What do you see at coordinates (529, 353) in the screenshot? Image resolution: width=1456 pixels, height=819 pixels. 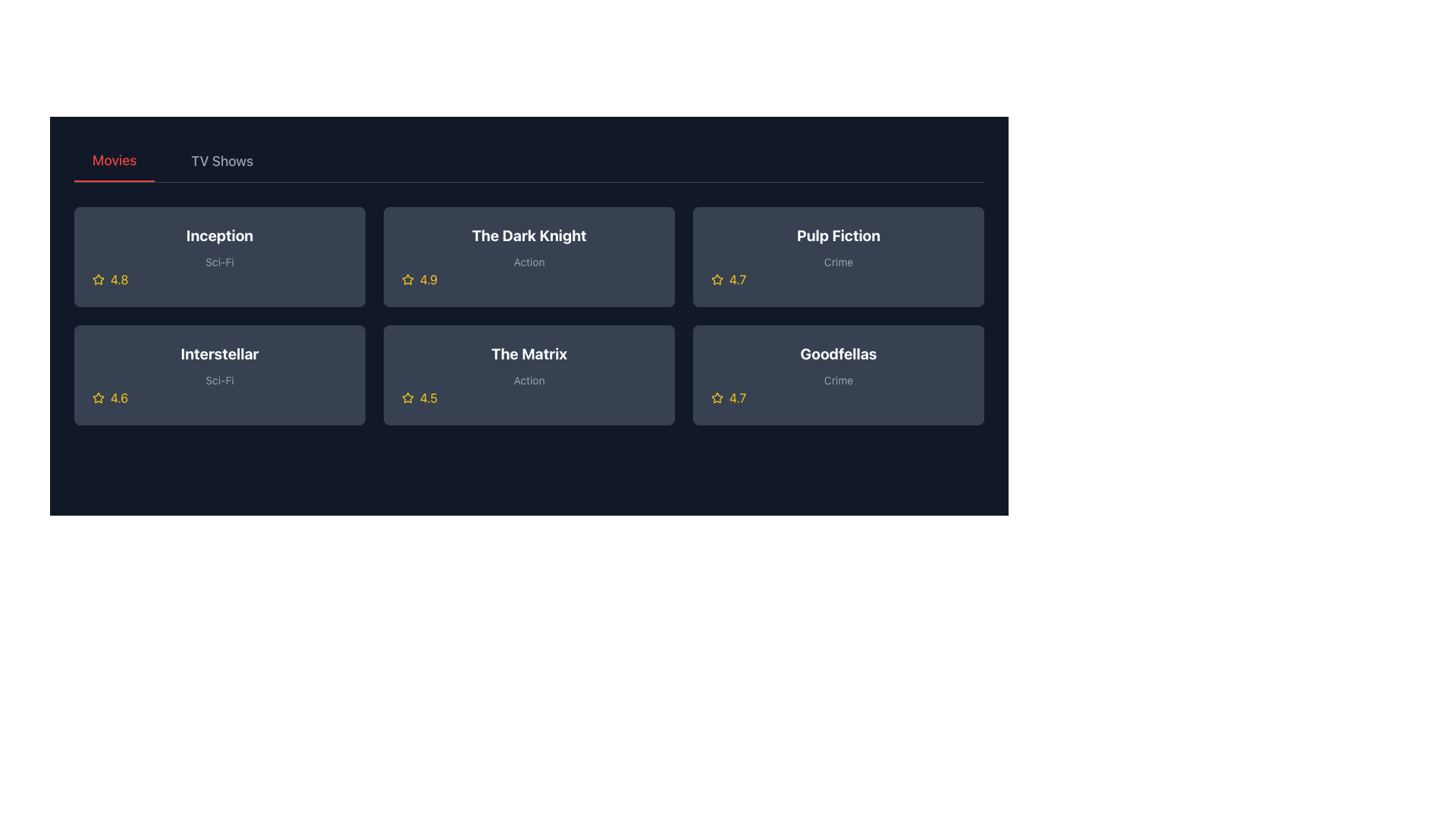 I see `the title label indicating the name of a movie, located in the second row, third column of the grid layout and above the text 'Action'` at bounding box center [529, 353].